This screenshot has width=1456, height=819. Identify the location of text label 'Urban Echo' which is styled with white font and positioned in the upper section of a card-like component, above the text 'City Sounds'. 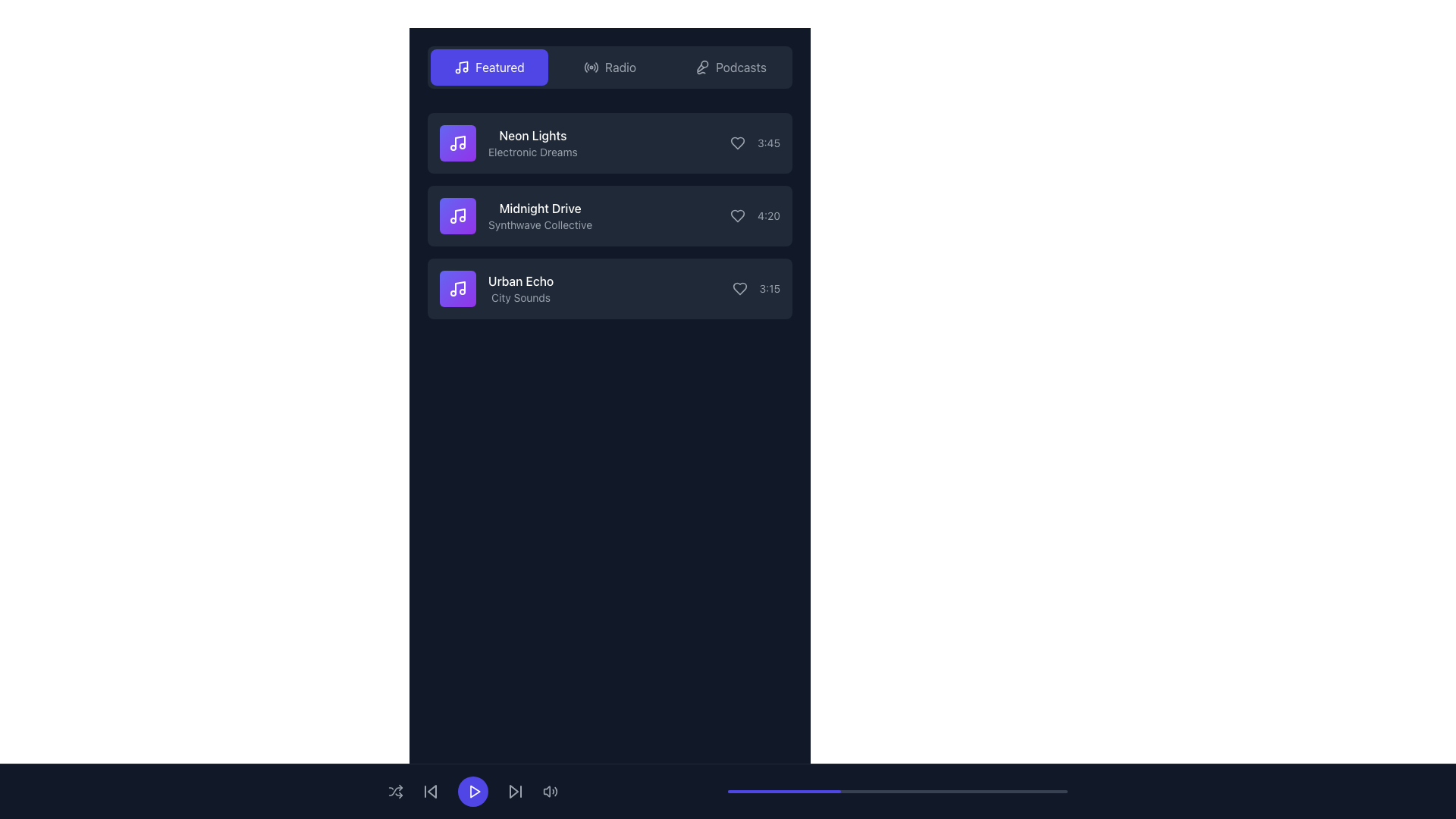
(521, 281).